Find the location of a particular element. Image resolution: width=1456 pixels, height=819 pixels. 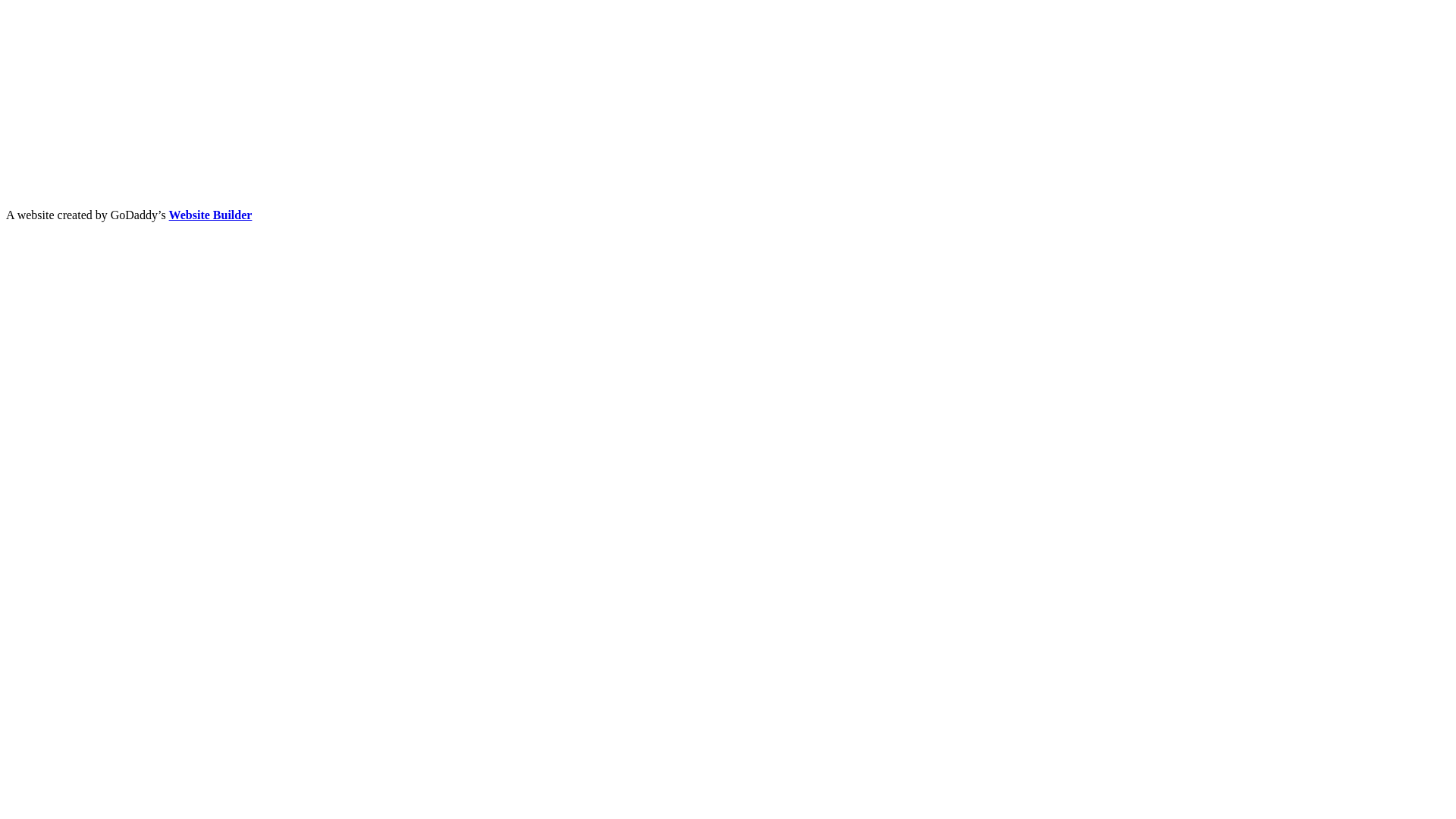

'Website Builder' is located at coordinates (210, 215).